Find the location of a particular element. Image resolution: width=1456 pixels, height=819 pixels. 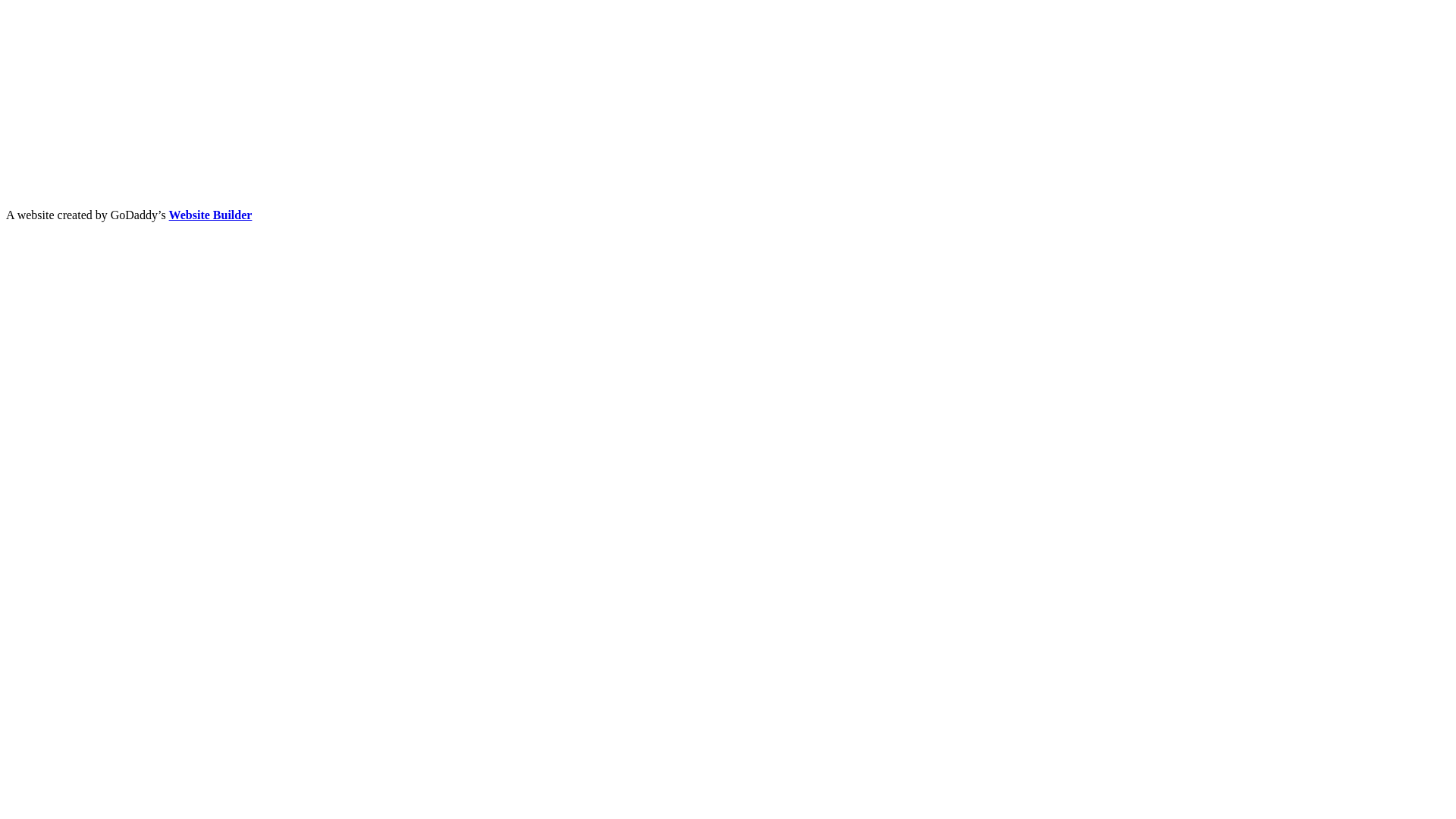

'Website Builder' is located at coordinates (210, 215).